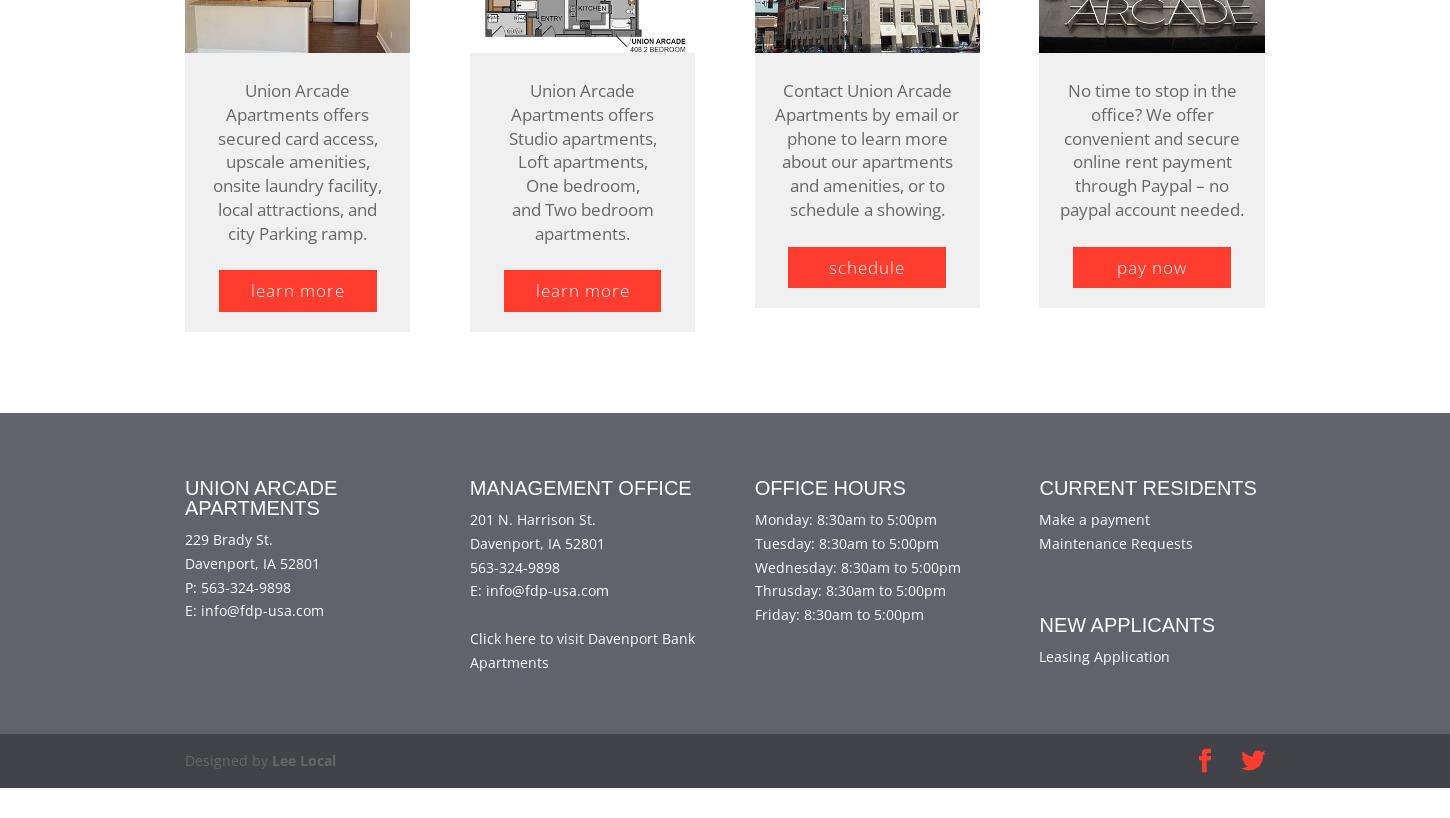  I want to click on 'and Two bedroom apartments.', so click(582, 250).